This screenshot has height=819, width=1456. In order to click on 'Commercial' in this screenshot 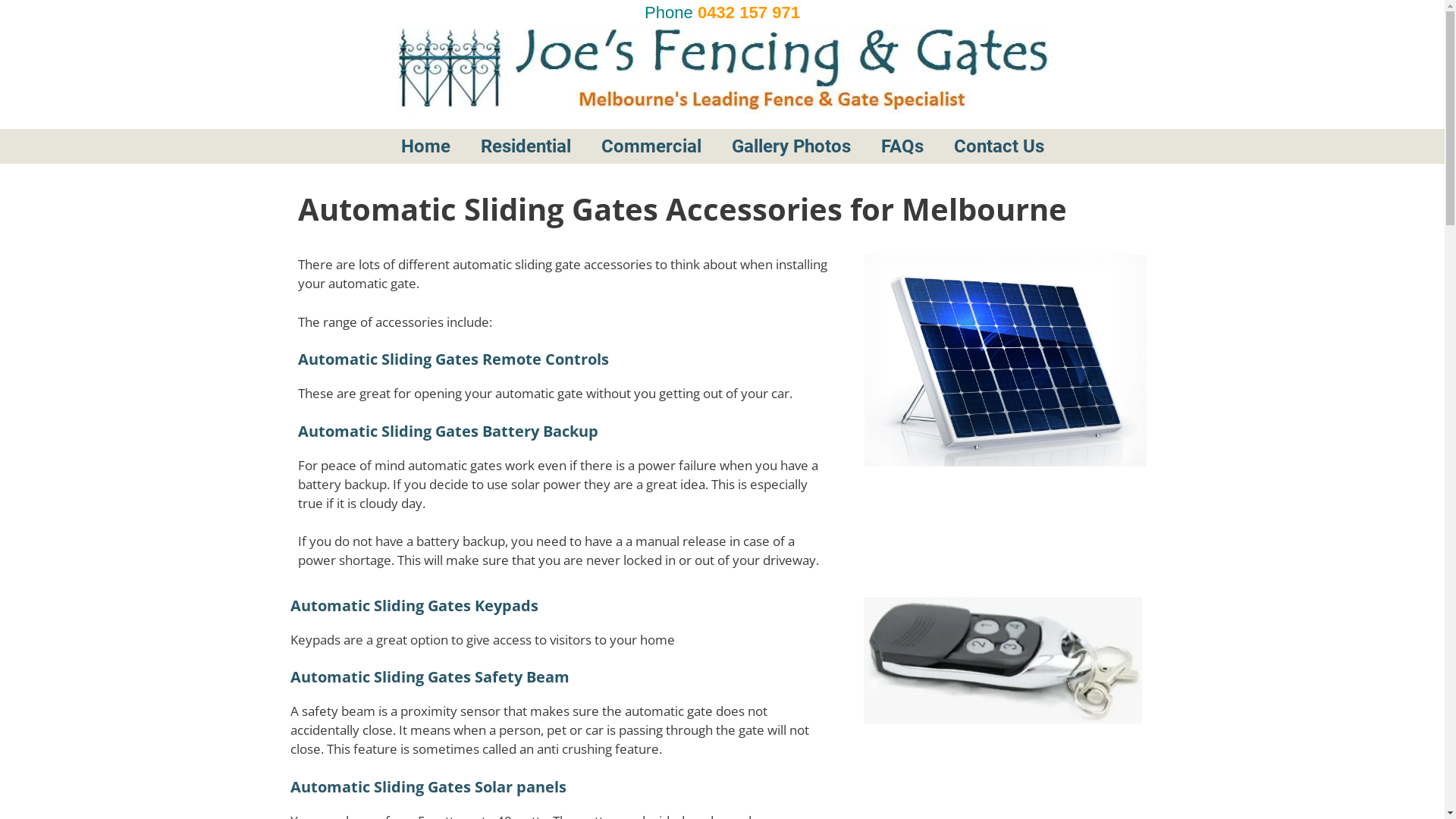, I will do `click(651, 146)`.